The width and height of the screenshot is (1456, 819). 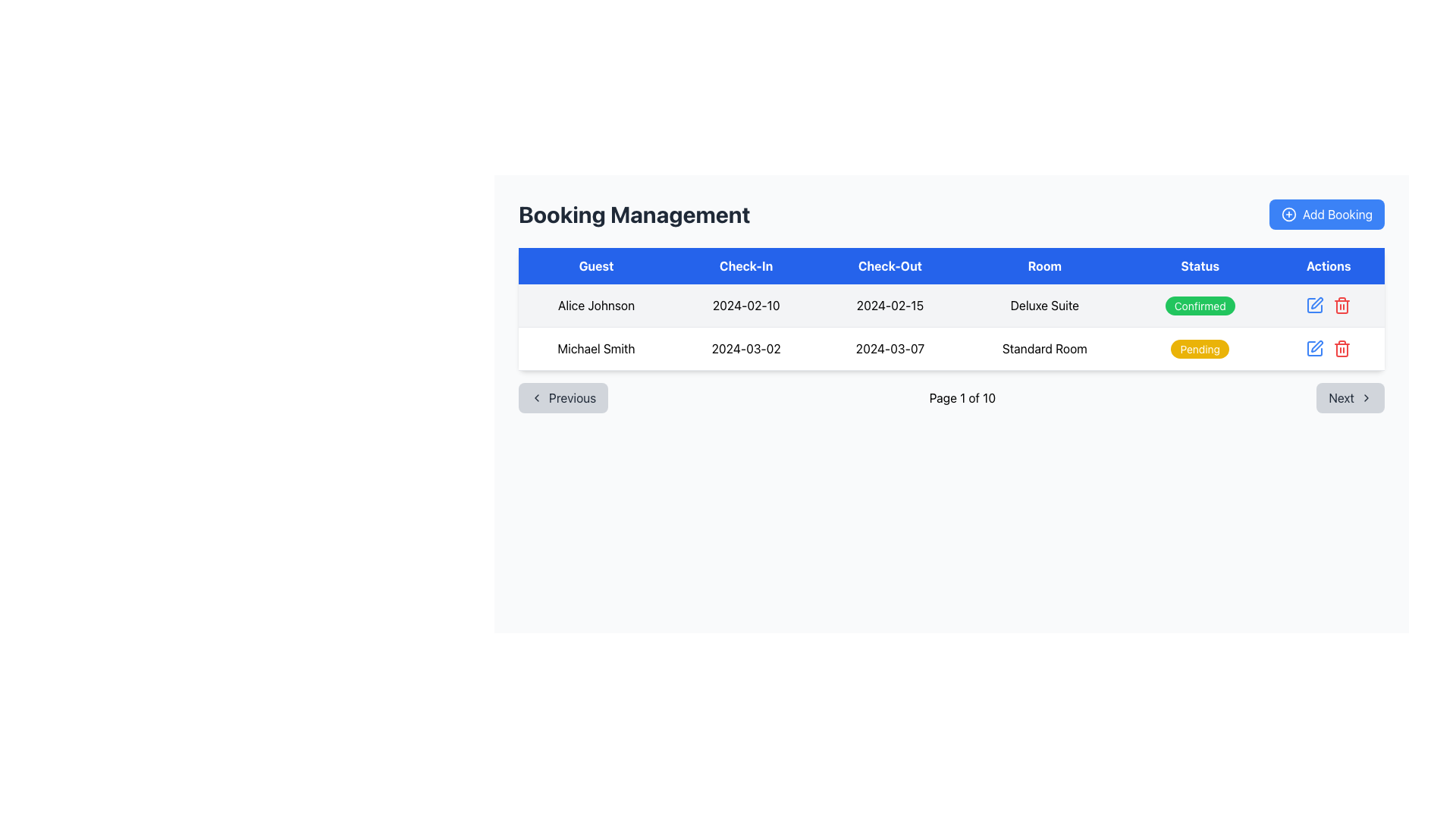 What do you see at coordinates (746, 348) in the screenshot?
I see `the Text Label displaying the check-in date for a guest's booking in the second row of the table under the 'Check-In' column` at bounding box center [746, 348].